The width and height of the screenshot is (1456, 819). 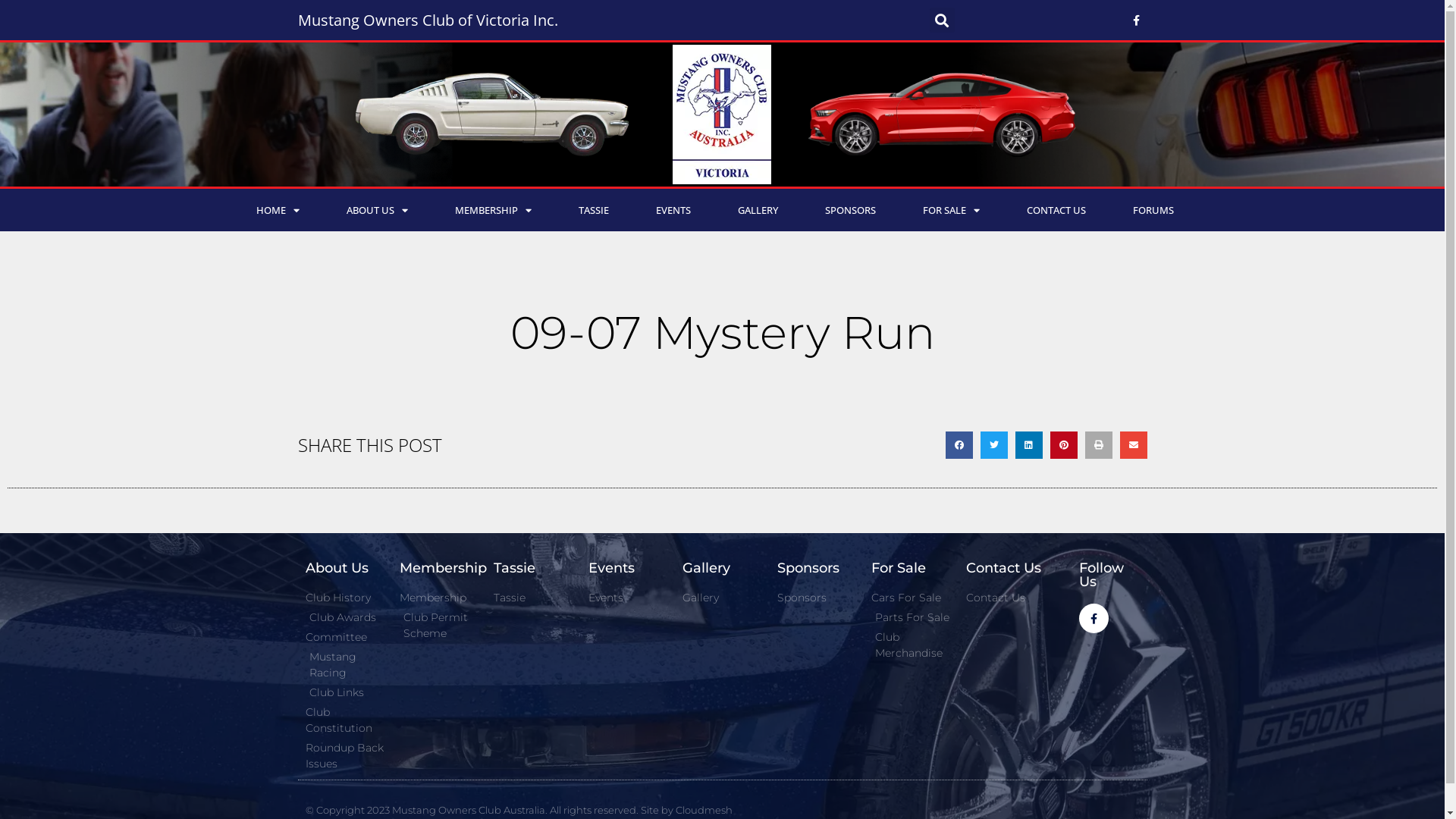 I want to click on 'Club Permit Scheme', so click(x=400, y=626).